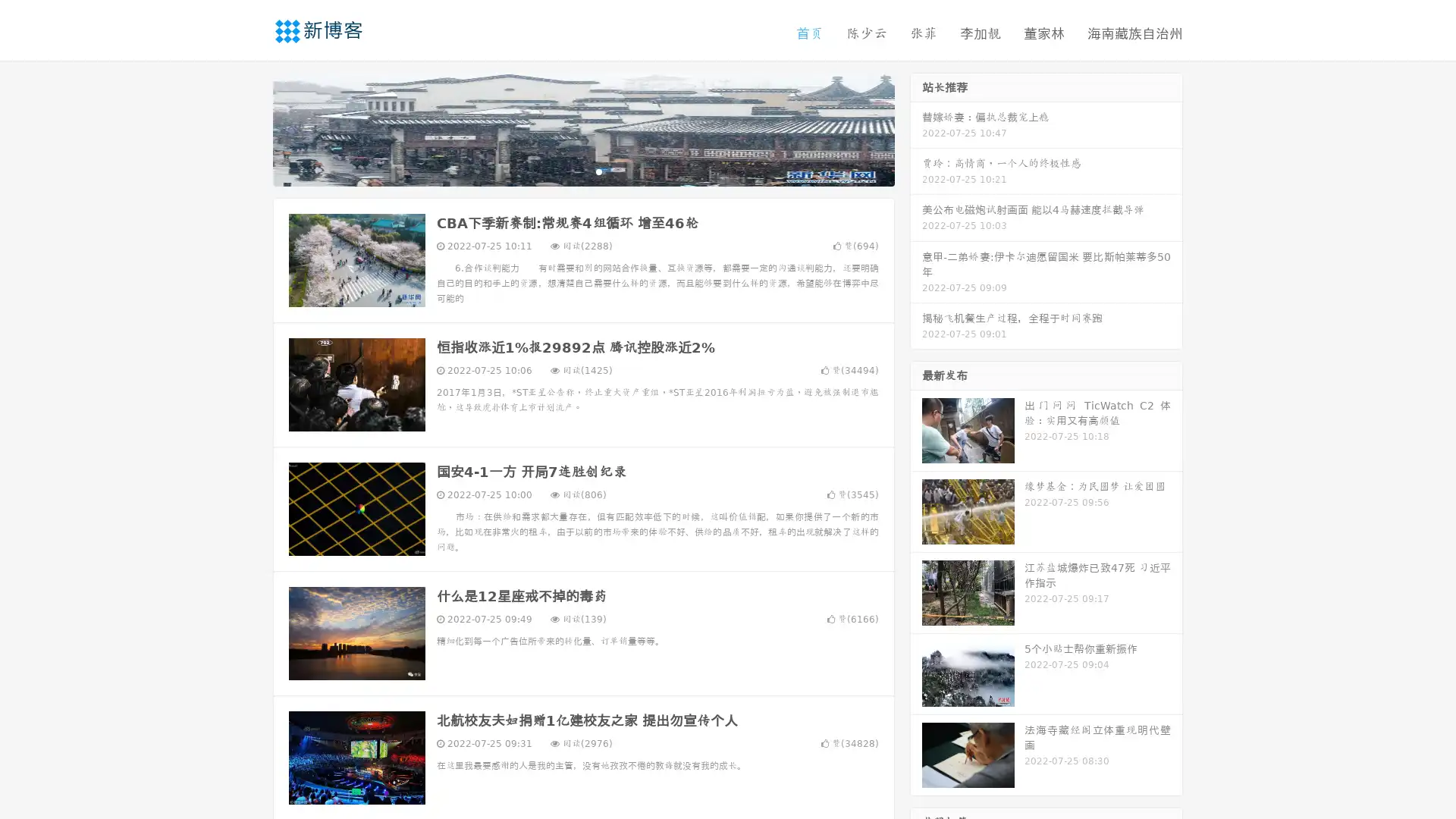 Image resolution: width=1456 pixels, height=819 pixels. I want to click on Go to slide 3, so click(598, 171).